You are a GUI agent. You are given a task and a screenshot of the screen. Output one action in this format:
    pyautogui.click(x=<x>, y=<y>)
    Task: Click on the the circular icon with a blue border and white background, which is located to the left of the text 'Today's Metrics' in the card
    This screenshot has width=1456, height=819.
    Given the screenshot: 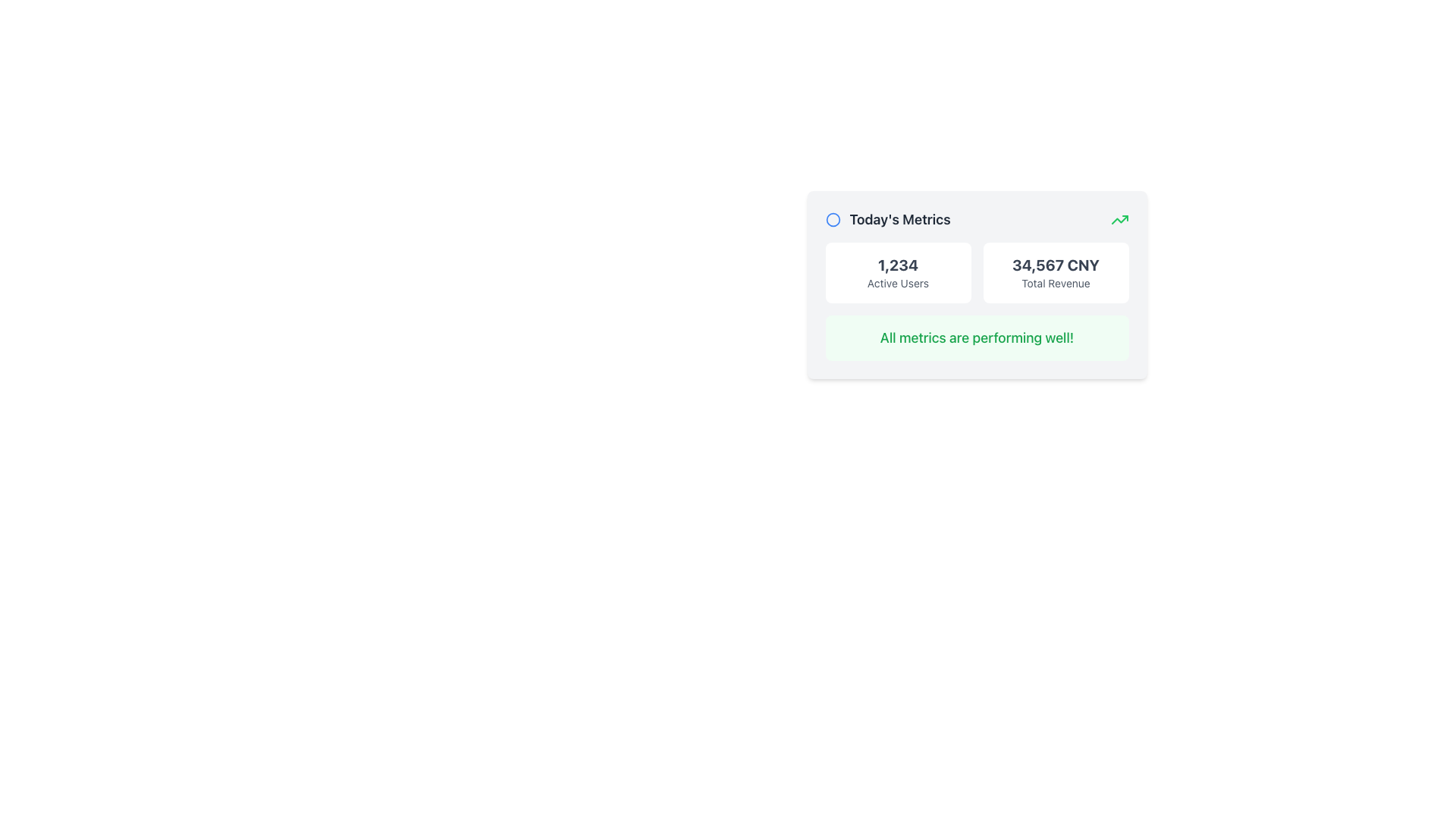 What is the action you would take?
    pyautogui.click(x=832, y=219)
    